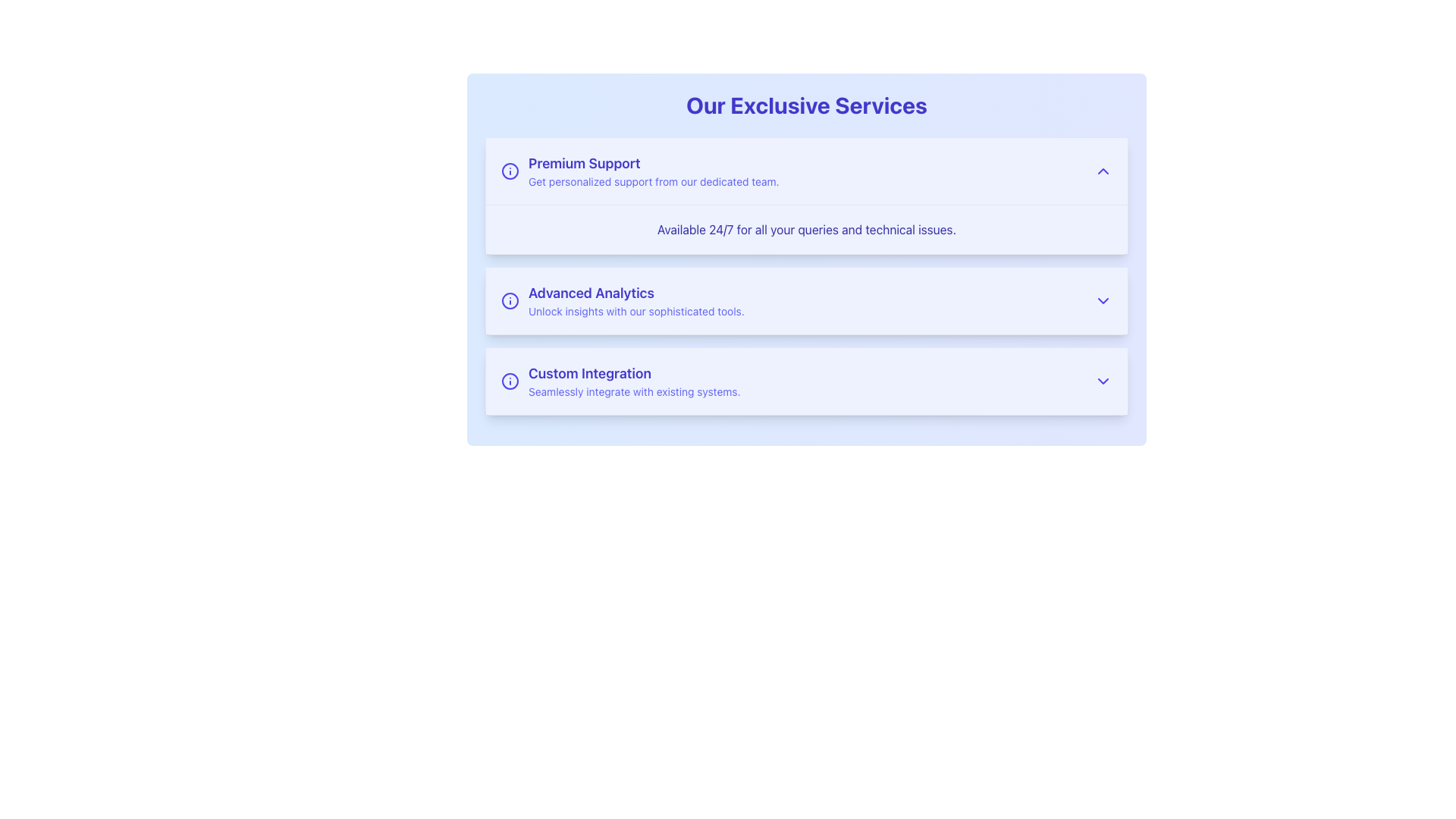 The image size is (1456, 819). Describe the element at coordinates (640, 171) in the screenshot. I see `the 'Premium Support' section that features a bold indigo title and an information icon, indicating selection of this section` at that location.